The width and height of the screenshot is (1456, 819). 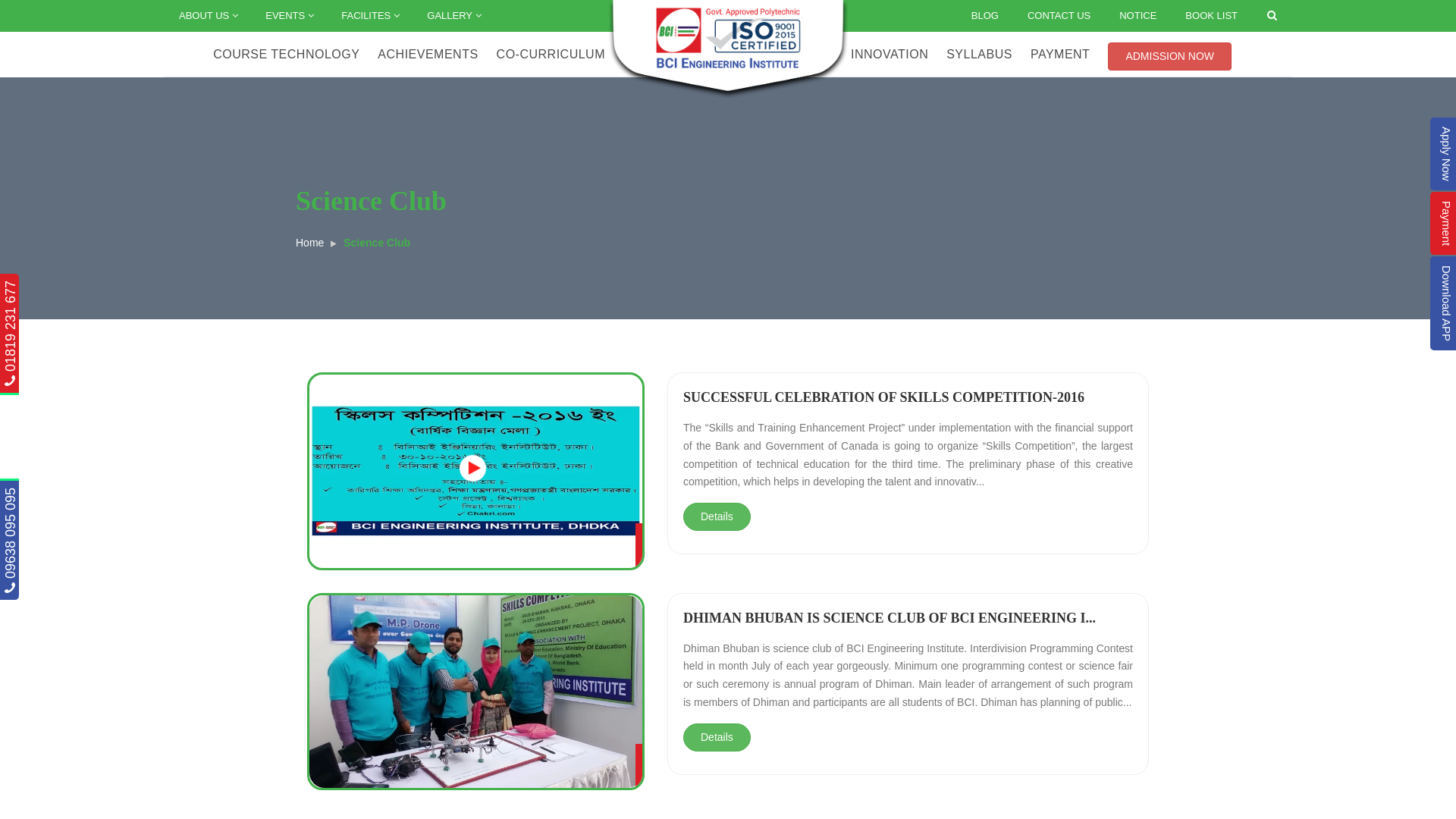 I want to click on 'INNOVATION', so click(x=889, y=55).